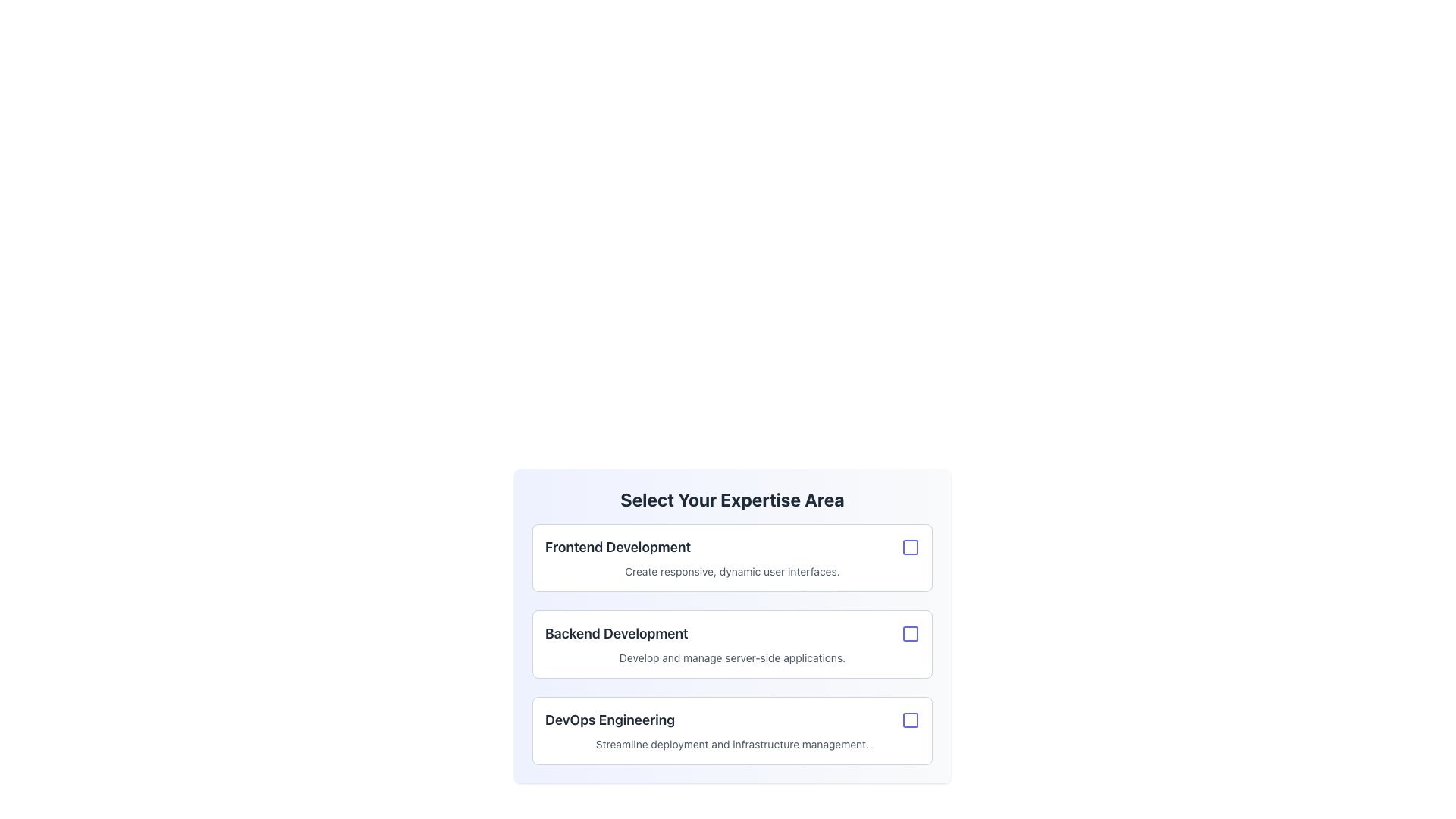 This screenshot has height=819, width=1456. What do you see at coordinates (732, 744) in the screenshot?
I see `the text element that provides additional details about the 'DevOps Engineering' header, located below it in the same card` at bounding box center [732, 744].